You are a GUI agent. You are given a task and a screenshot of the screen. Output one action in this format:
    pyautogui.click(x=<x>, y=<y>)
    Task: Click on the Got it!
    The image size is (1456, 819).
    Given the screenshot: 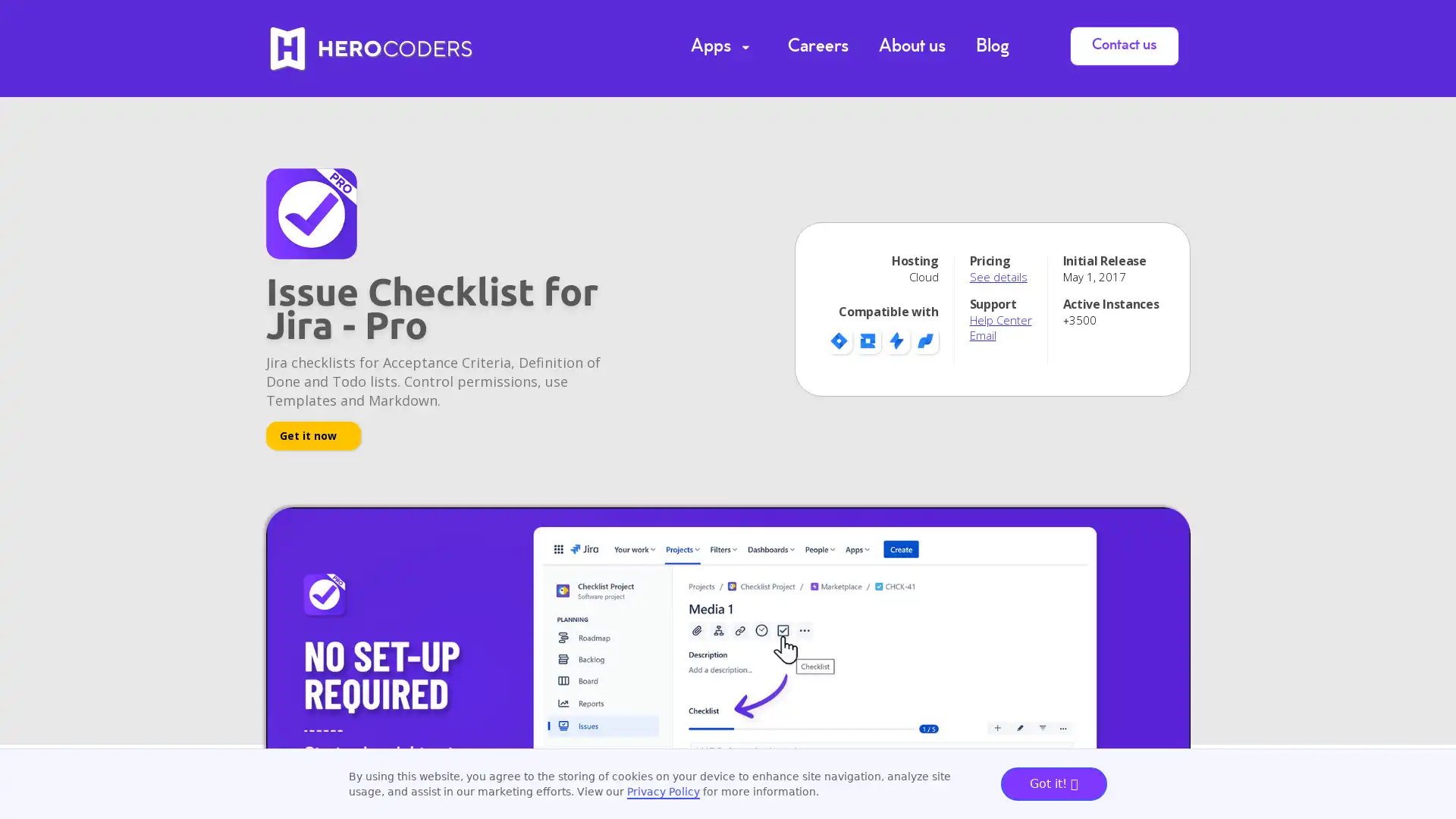 What is the action you would take?
    pyautogui.click(x=1053, y=783)
    